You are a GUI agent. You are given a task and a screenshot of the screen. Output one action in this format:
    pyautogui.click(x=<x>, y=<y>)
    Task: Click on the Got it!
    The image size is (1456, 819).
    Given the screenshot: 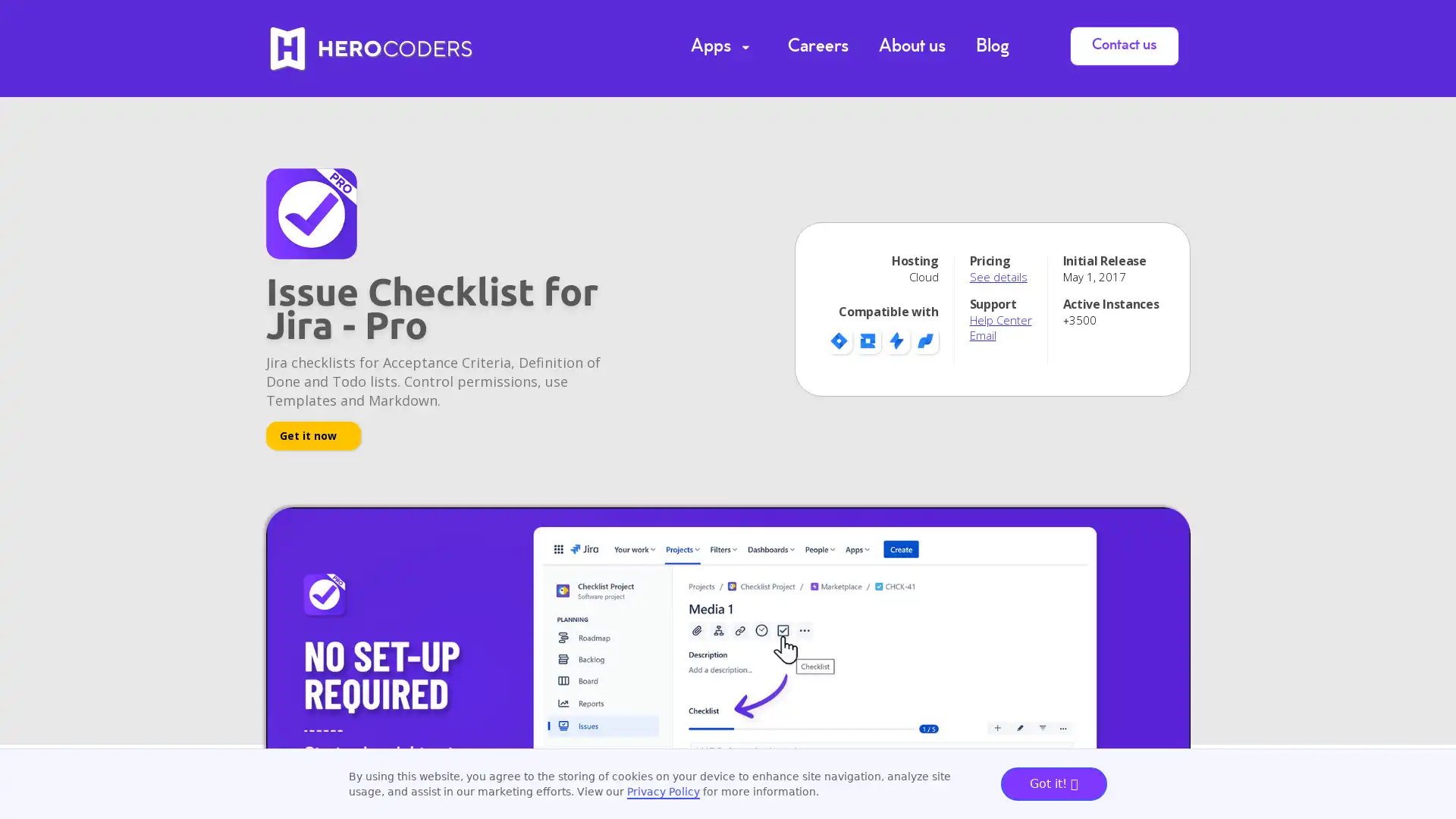 What is the action you would take?
    pyautogui.click(x=1053, y=783)
    